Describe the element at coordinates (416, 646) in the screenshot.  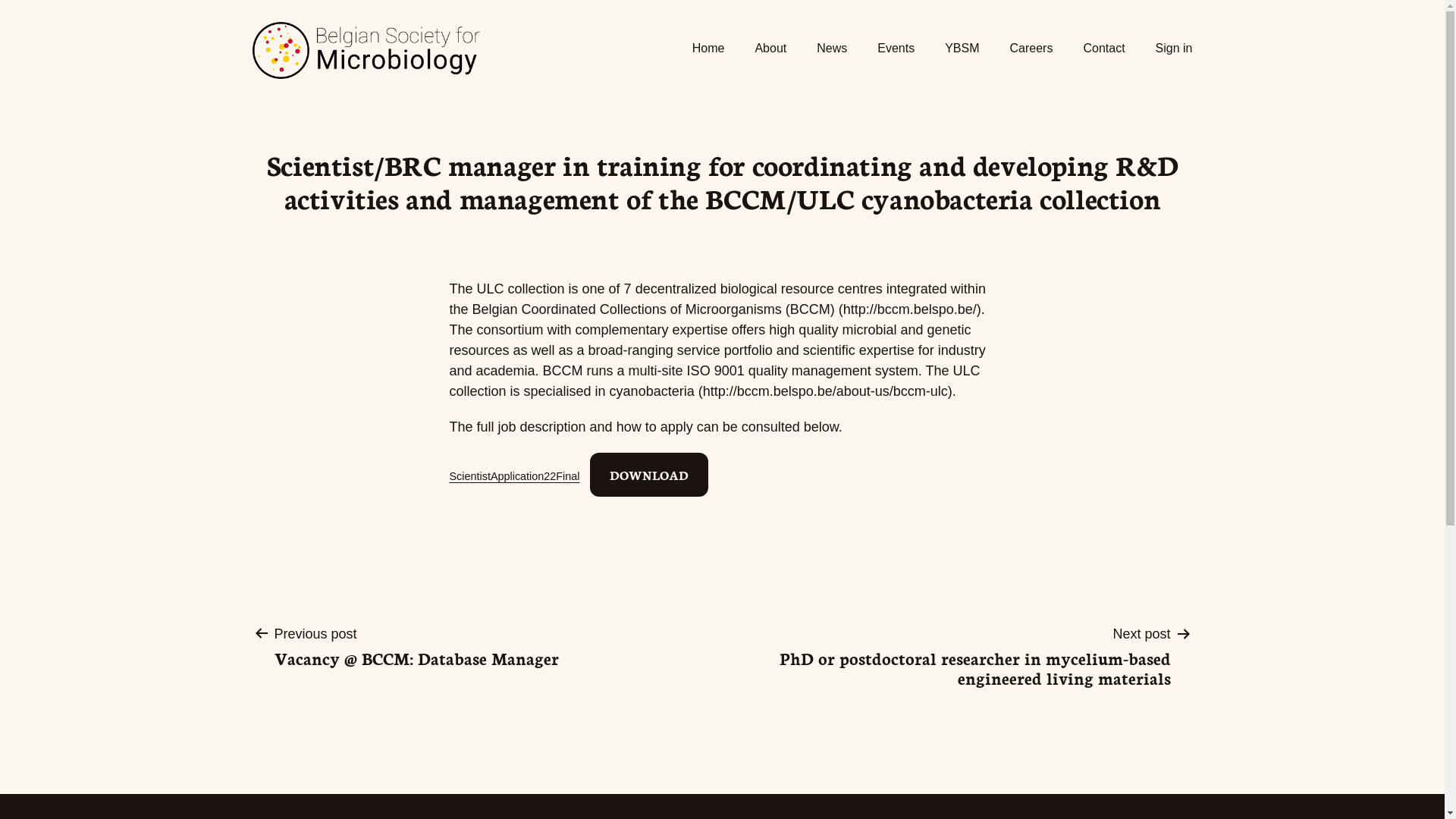
I see `'Previous post` at that location.